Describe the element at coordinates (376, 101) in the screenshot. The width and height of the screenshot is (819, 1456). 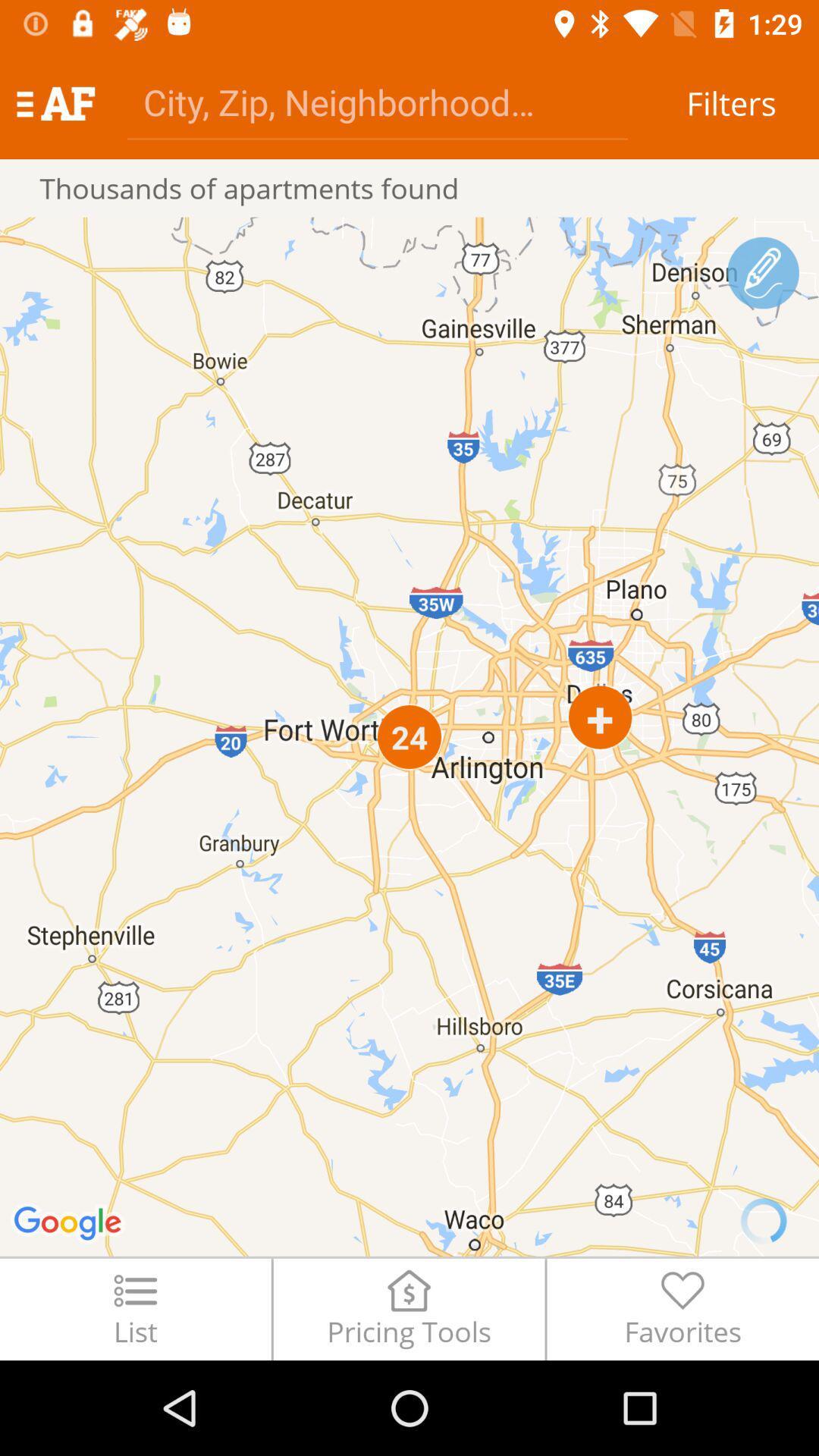
I see `the icon above the thousands of apartments icon` at that location.